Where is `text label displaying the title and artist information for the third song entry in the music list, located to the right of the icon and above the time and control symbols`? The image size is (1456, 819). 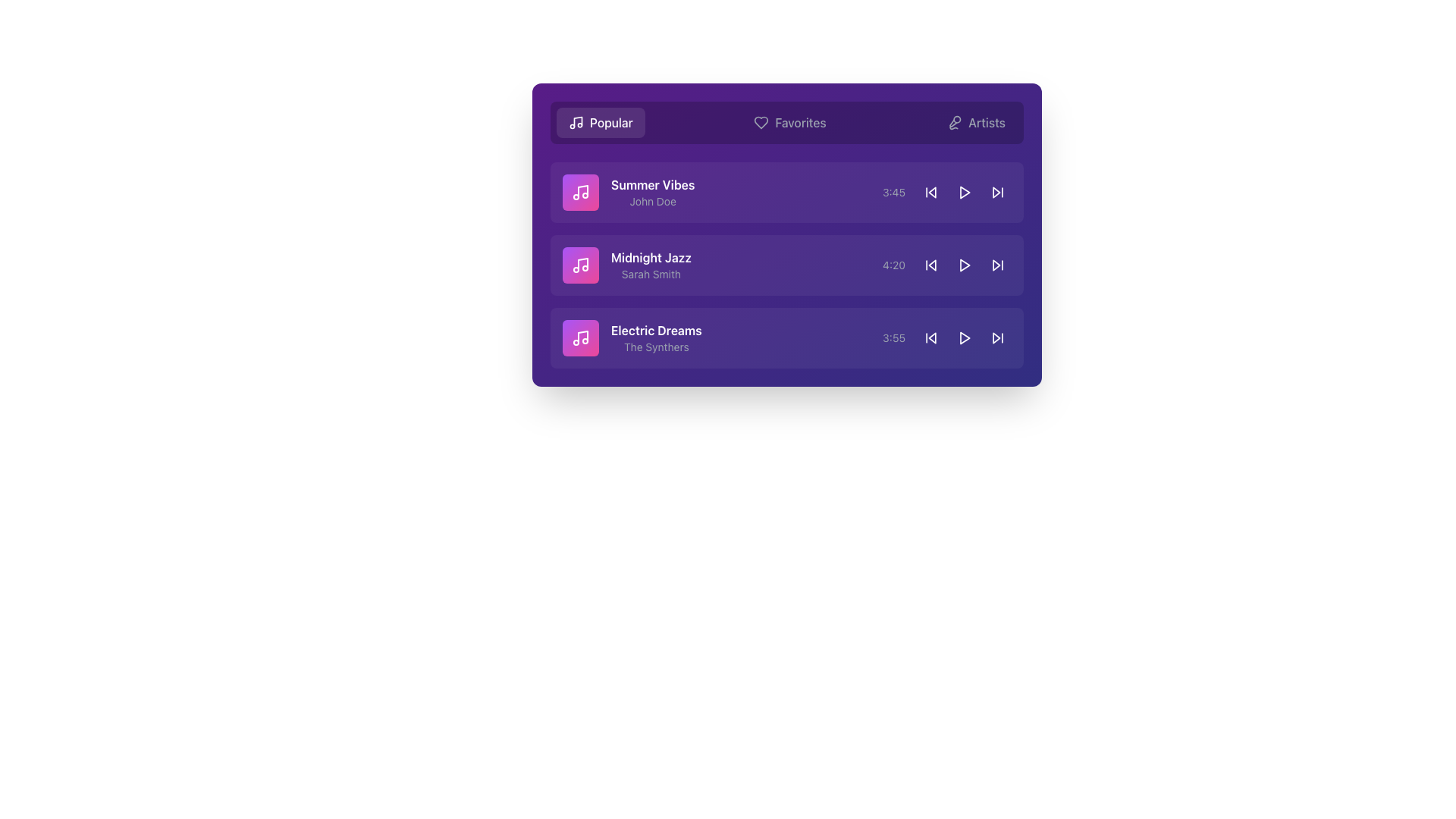 text label displaying the title and artist information for the third song entry in the music list, located to the right of the icon and above the time and control symbols is located at coordinates (656, 337).